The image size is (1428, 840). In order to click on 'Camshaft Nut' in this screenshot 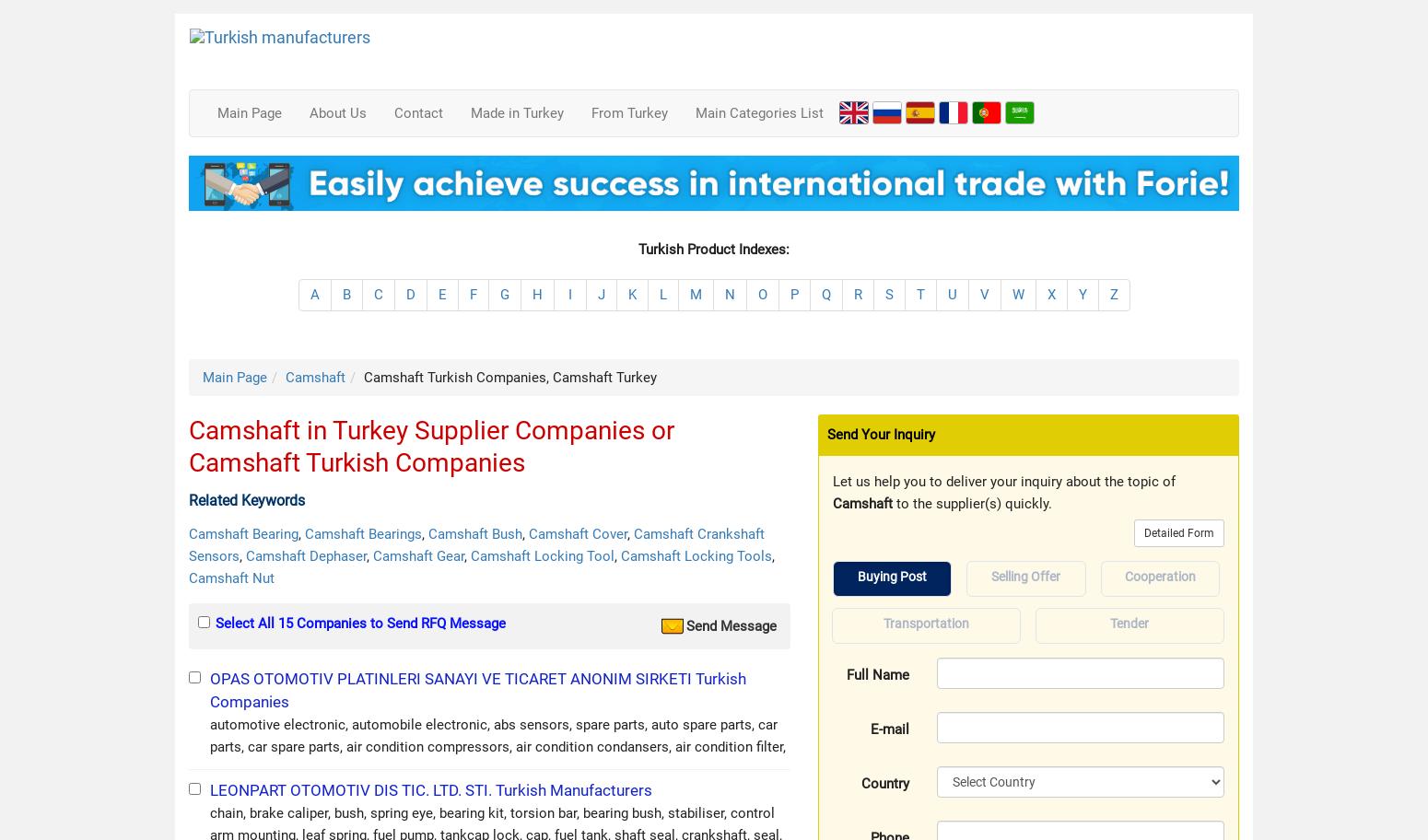, I will do `click(231, 577)`.